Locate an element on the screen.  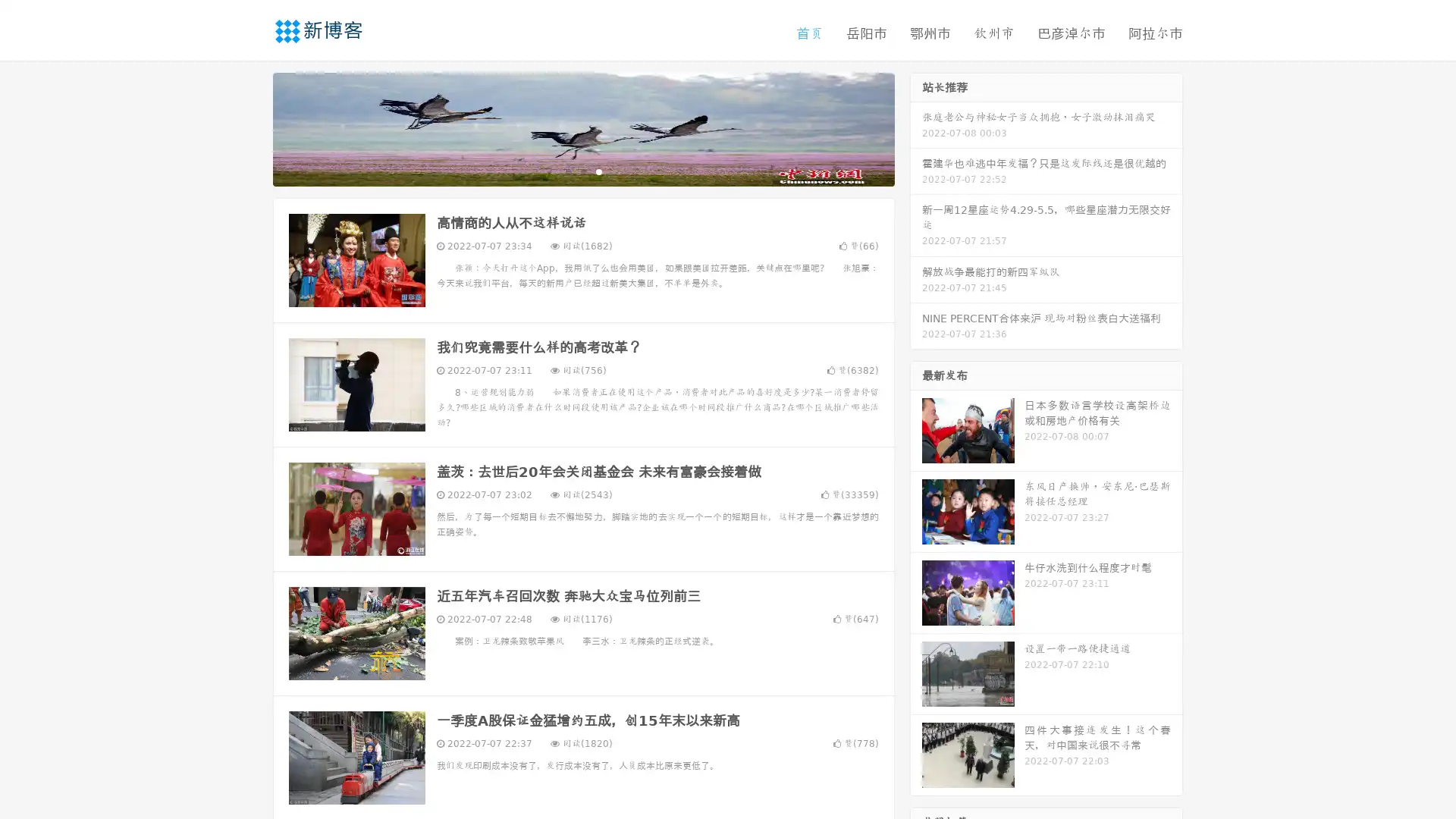
Previous slide is located at coordinates (250, 127).